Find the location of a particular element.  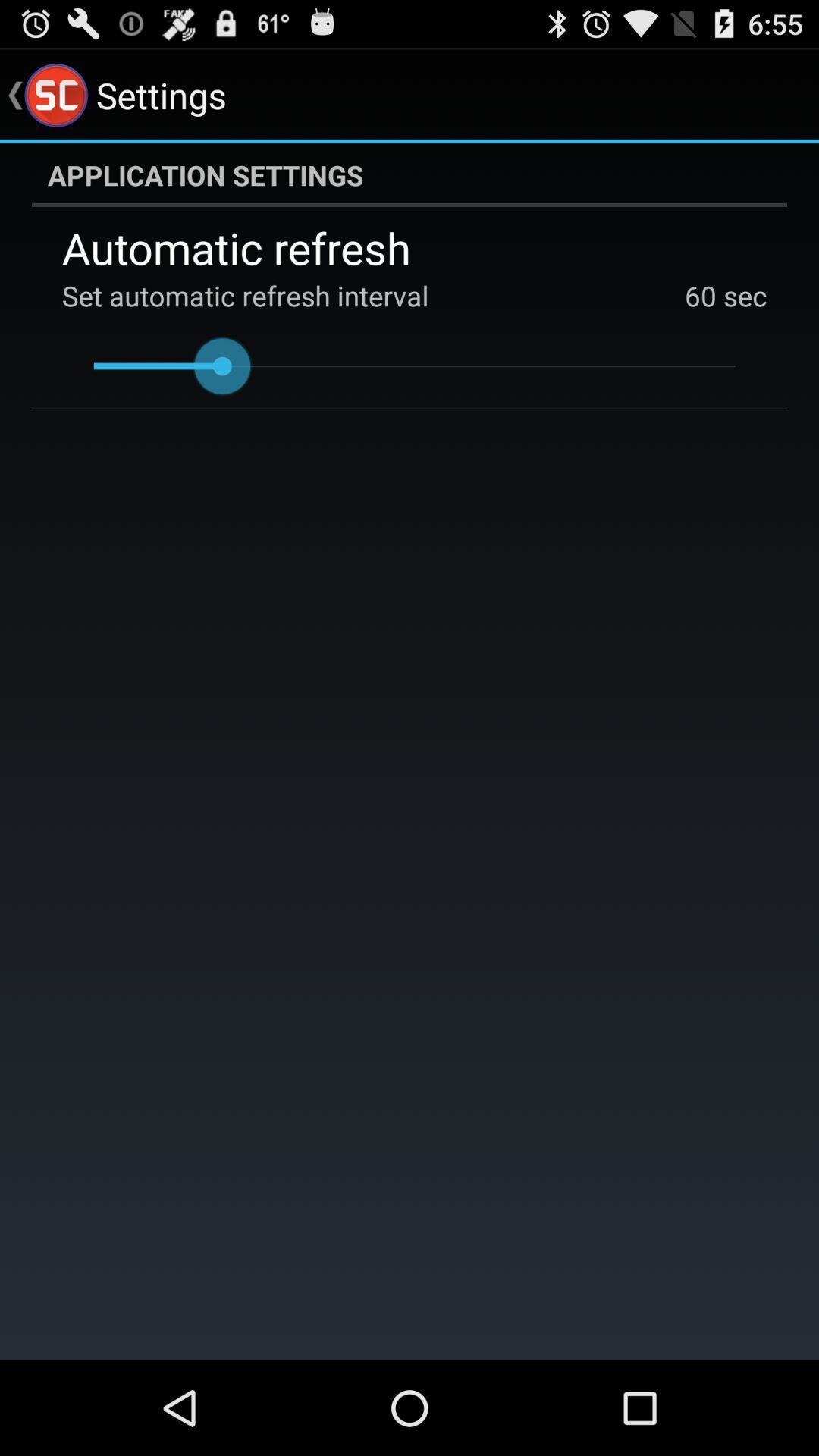

the item below set automatic refresh item is located at coordinates (414, 366).